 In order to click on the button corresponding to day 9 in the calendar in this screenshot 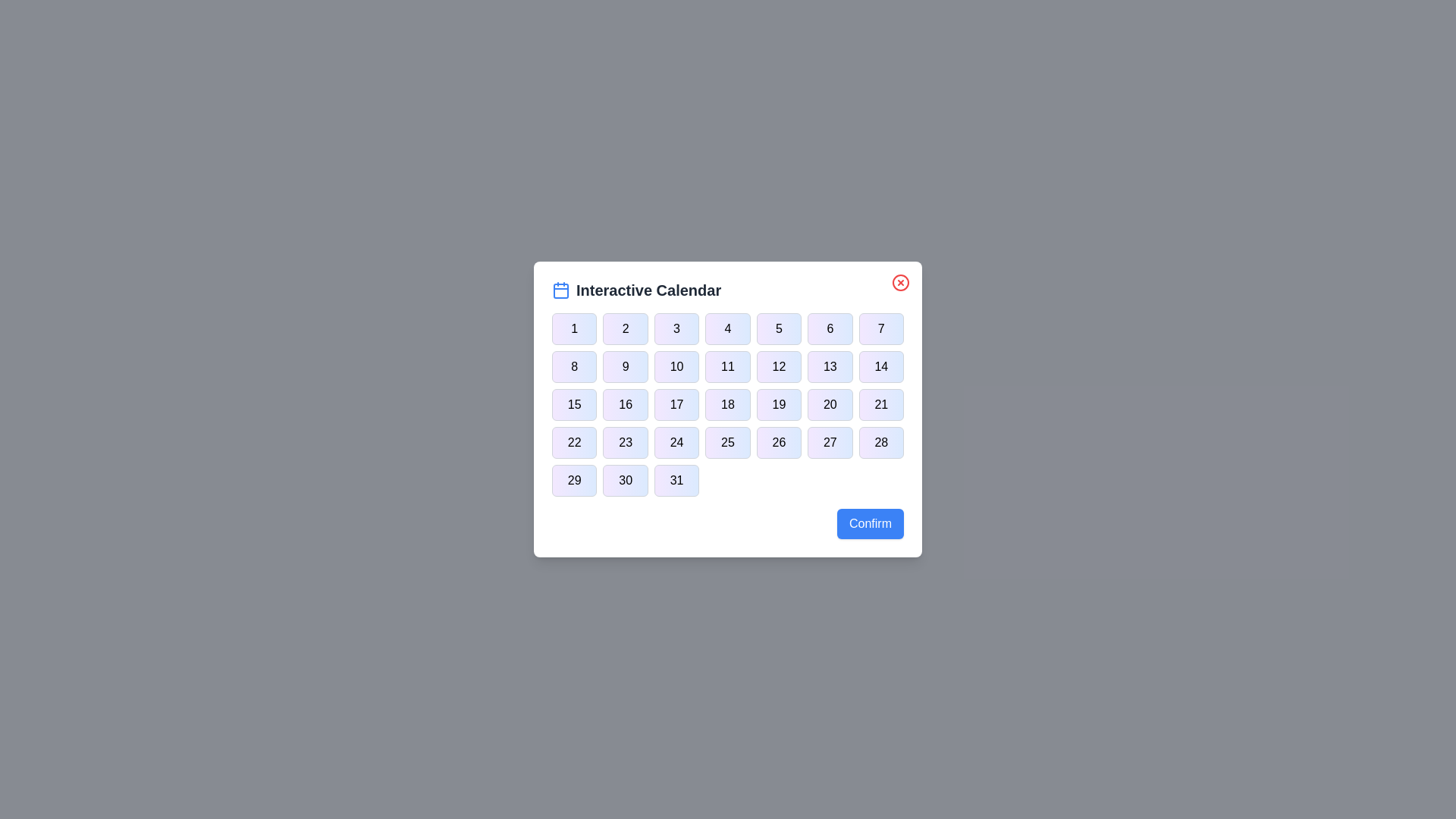, I will do `click(626, 366)`.